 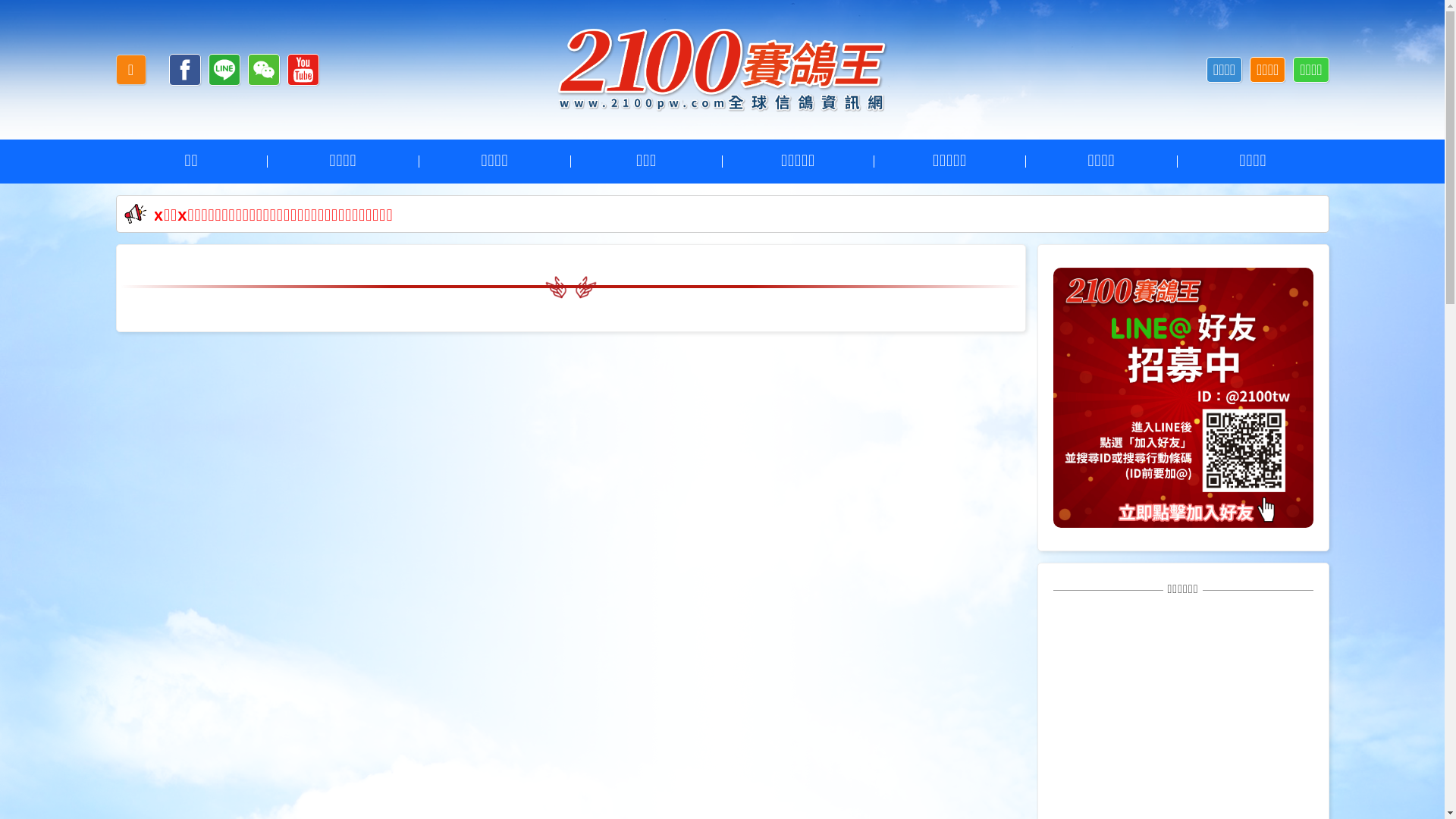 I want to click on 'Line', so click(x=224, y=70).